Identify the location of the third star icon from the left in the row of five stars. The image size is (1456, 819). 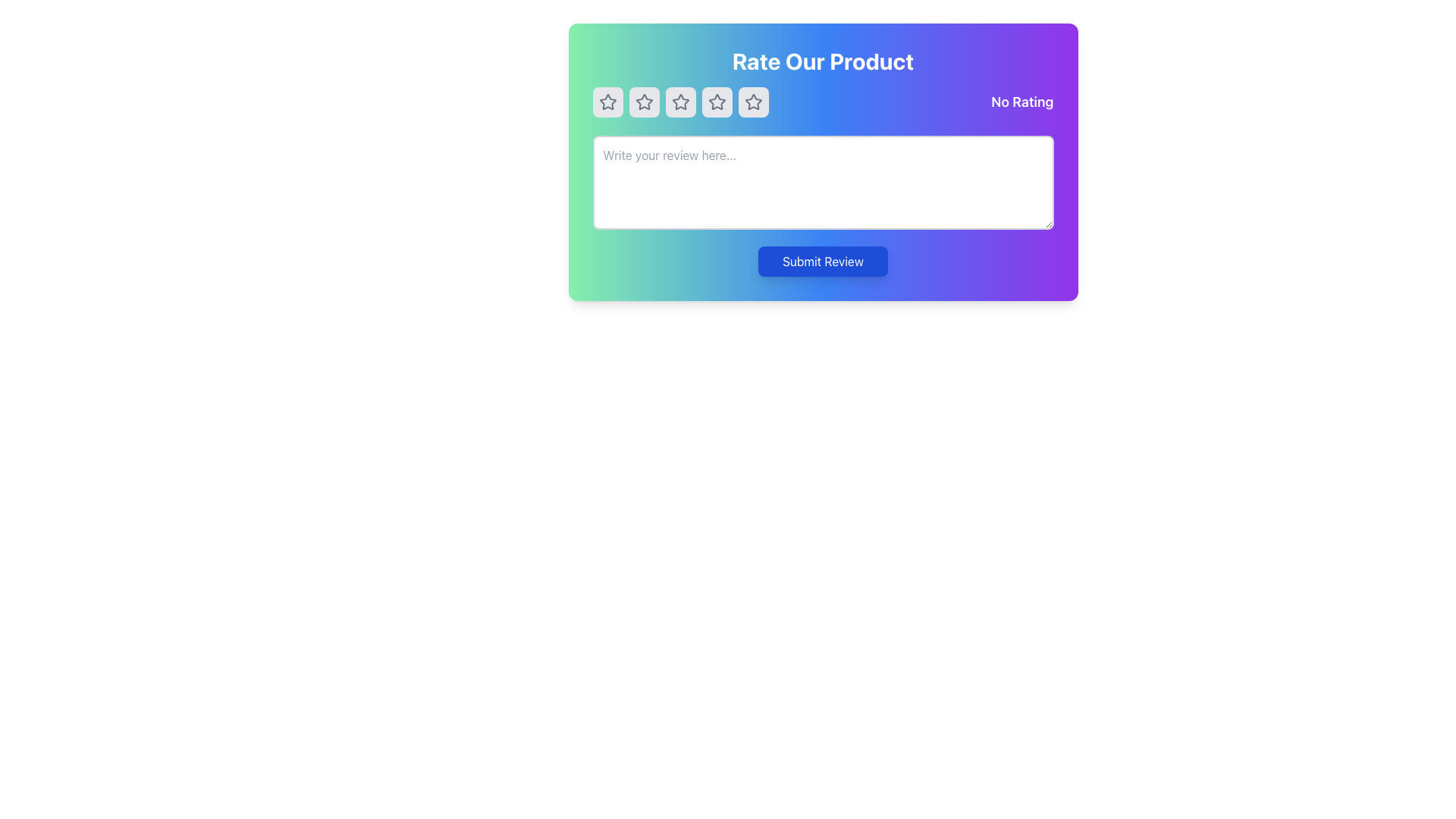
(716, 102).